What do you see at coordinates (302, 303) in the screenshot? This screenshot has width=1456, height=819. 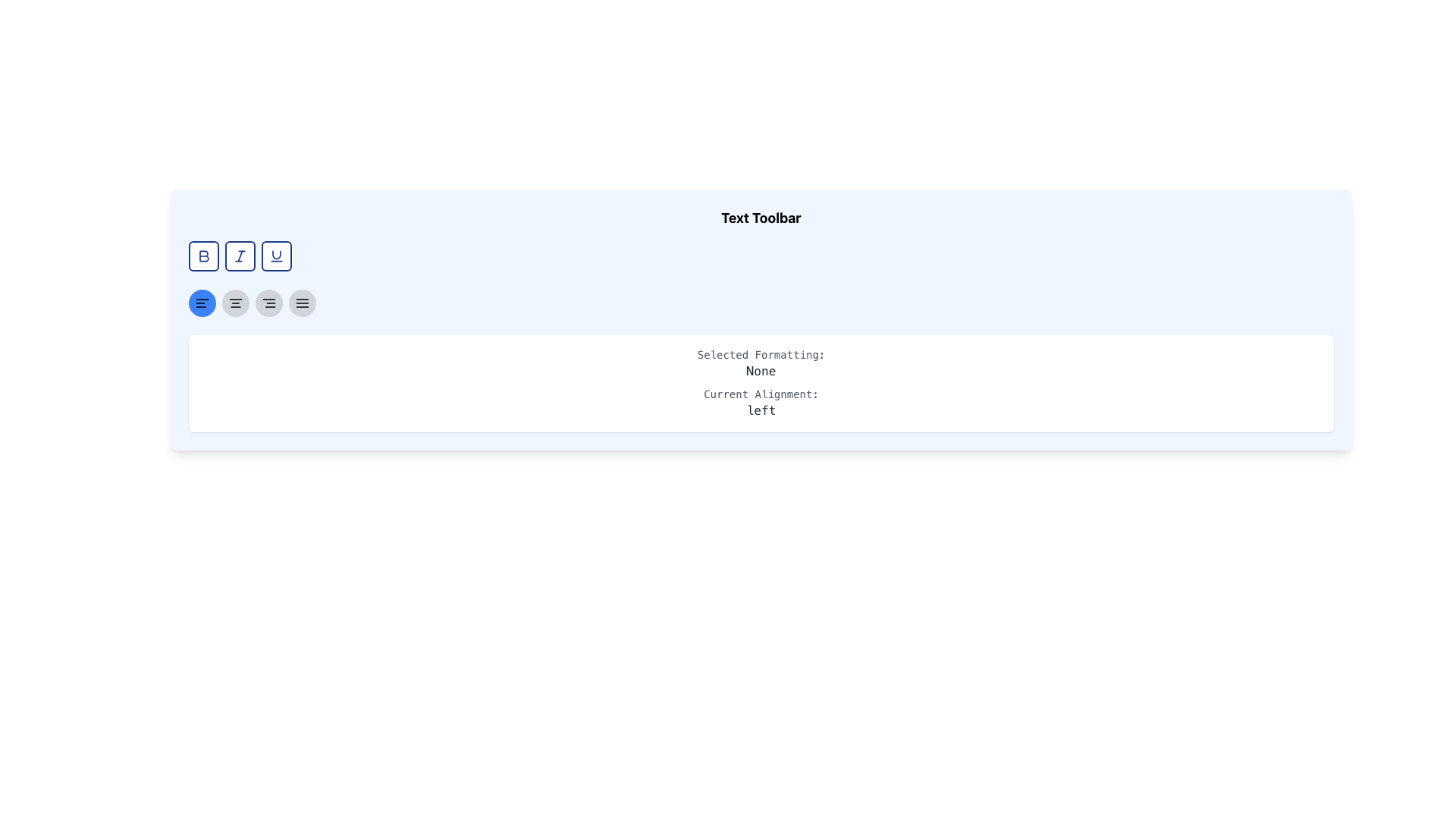 I see `the fifth button in the horizontal toolbar for text alignment options` at bounding box center [302, 303].